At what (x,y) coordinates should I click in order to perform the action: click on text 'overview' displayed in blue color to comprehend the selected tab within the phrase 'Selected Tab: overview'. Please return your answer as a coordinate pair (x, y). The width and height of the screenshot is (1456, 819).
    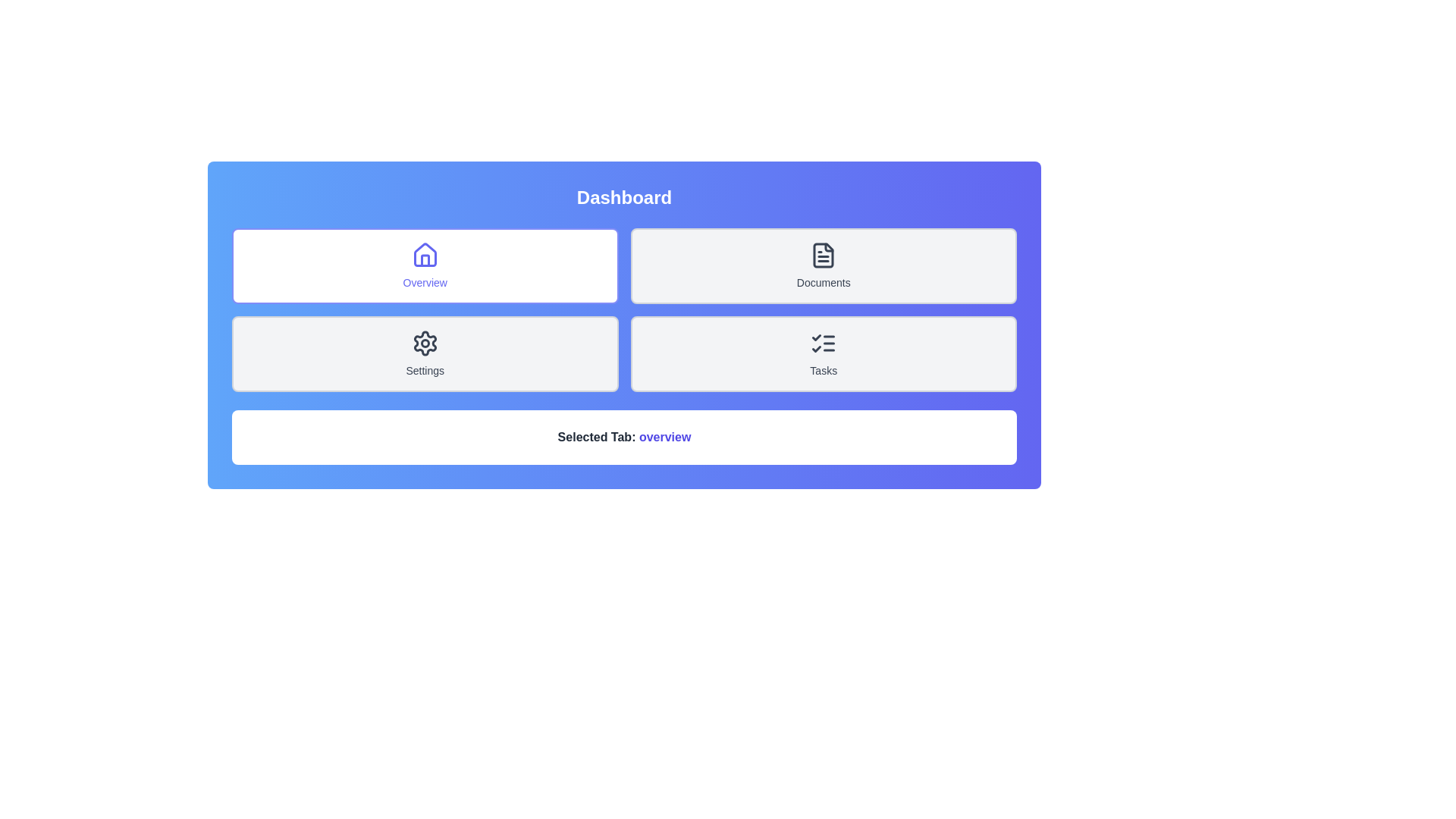
    Looking at the image, I should click on (665, 437).